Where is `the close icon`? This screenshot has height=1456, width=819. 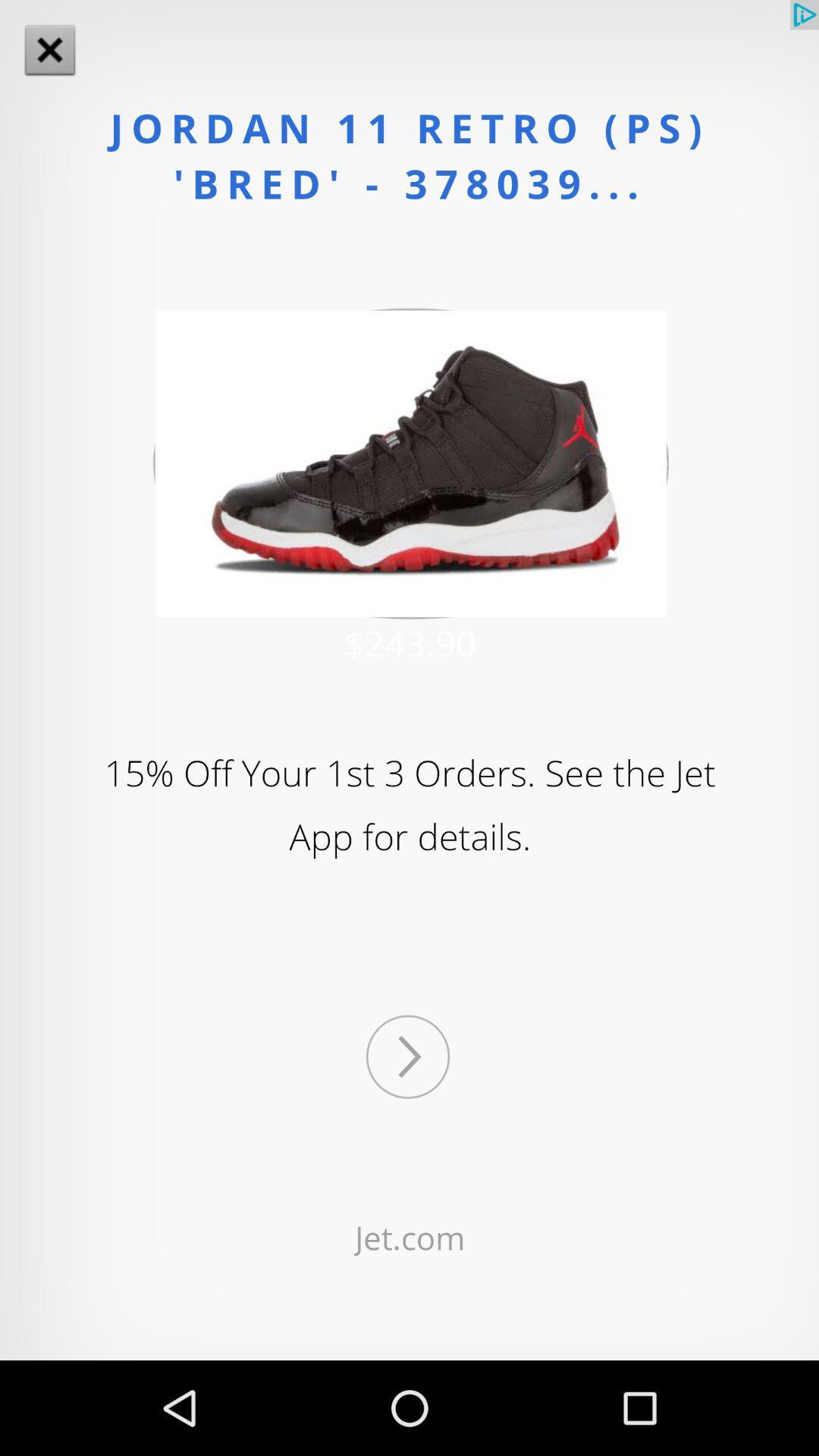 the close icon is located at coordinates (49, 53).